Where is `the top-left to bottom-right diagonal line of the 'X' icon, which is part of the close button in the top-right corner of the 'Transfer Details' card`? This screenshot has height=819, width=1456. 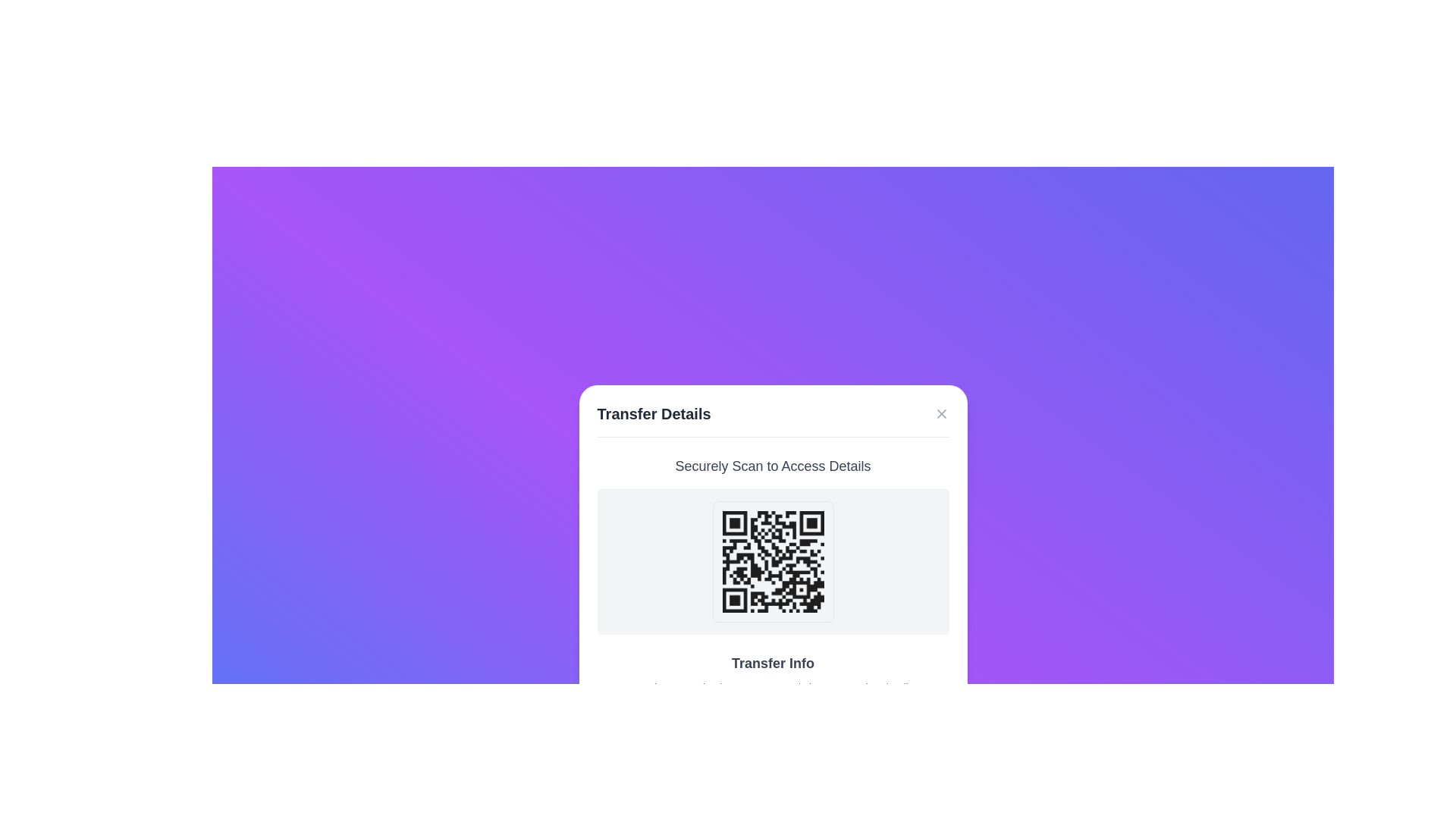
the top-left to bottom-right diagonal line of the 'X' icon, which is part of the close button in the top-right corner of the 'Transfer Details' card is located at coordinates (940, 413).